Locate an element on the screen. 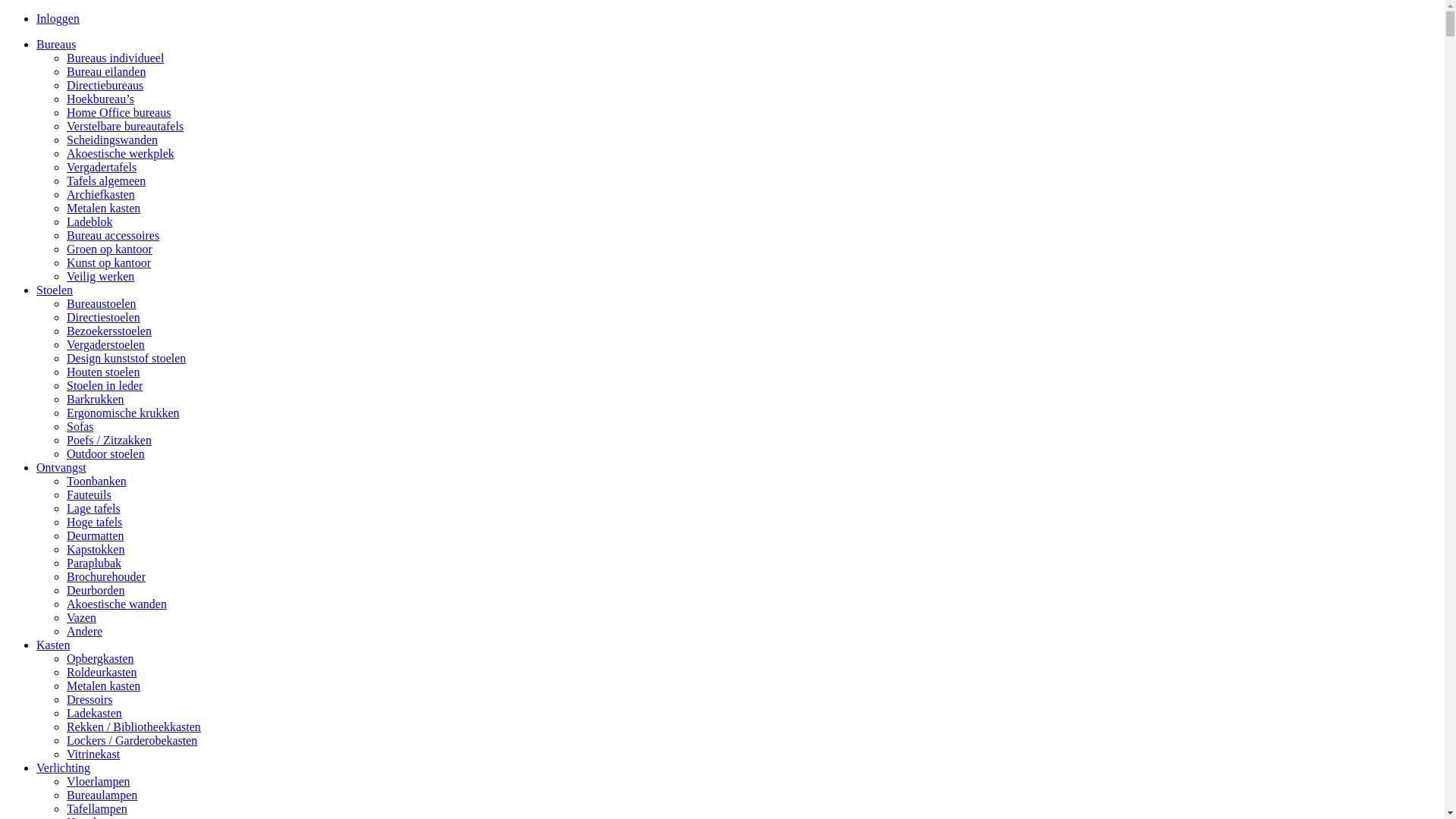 The width and height of the screenshot is (1456, 819). 'Veilig werken' is located at coordinates (99, 276).